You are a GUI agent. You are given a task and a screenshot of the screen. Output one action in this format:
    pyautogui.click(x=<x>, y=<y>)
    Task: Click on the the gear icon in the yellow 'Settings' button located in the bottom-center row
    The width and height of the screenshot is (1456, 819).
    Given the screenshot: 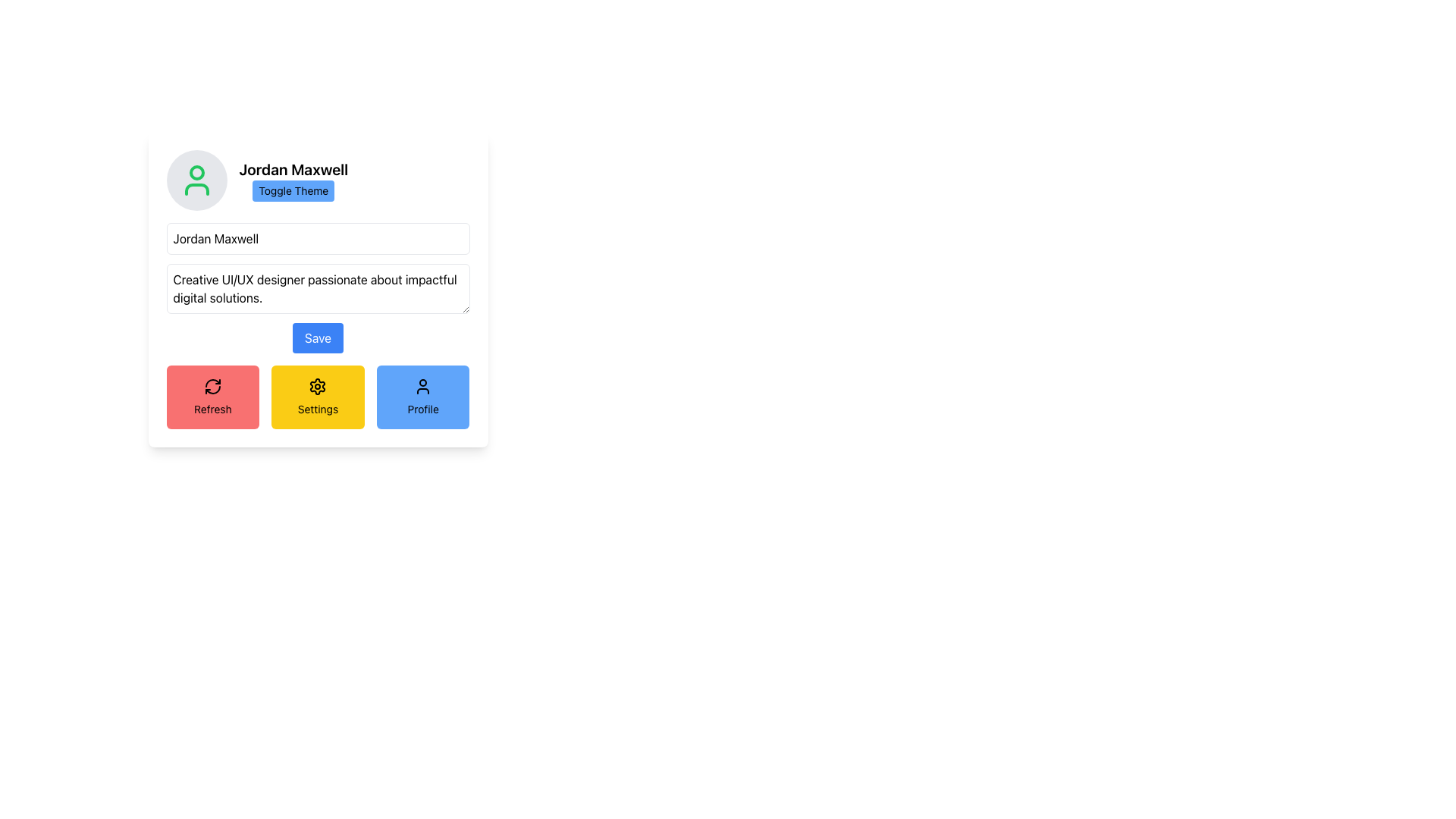 What is the action you would take?
    pyautogui.click(x=317, y=385)
    